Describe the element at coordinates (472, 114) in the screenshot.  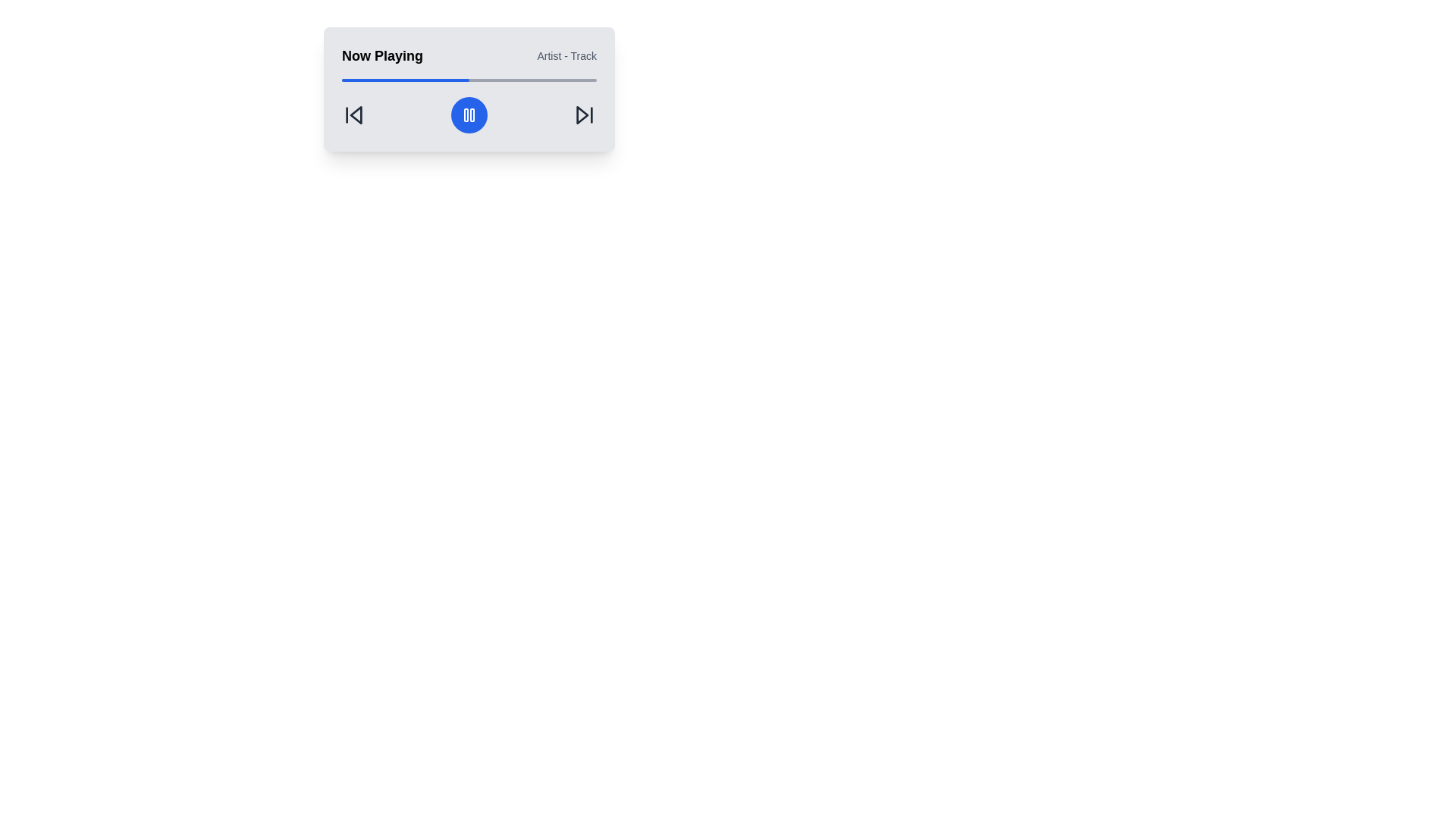
I see `the SVG rectangle that is part of the pause button icon, located on the right side of the pause icon in the media control section` at that location.